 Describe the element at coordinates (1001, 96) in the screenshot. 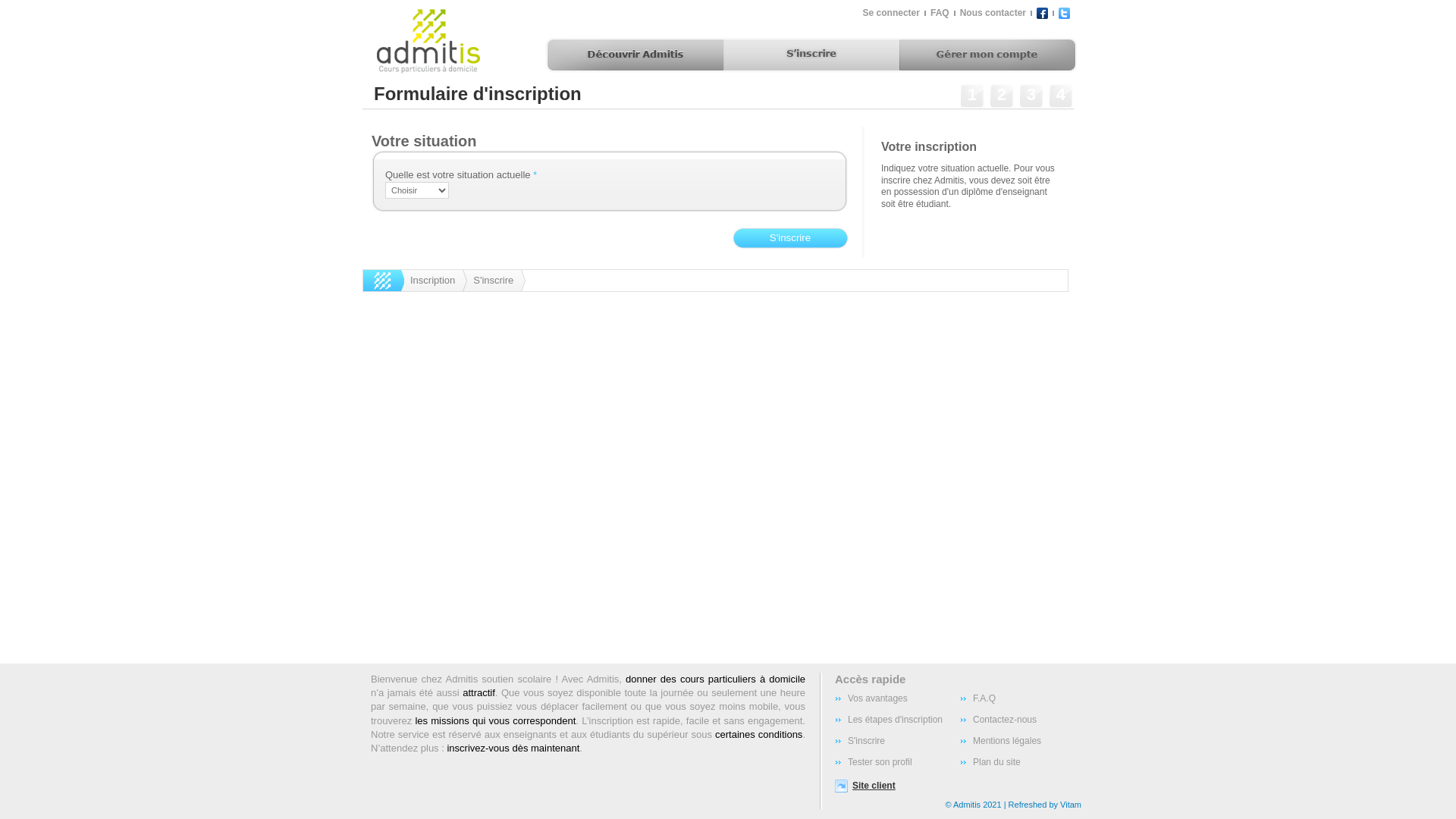

I see `'2'` at that location.